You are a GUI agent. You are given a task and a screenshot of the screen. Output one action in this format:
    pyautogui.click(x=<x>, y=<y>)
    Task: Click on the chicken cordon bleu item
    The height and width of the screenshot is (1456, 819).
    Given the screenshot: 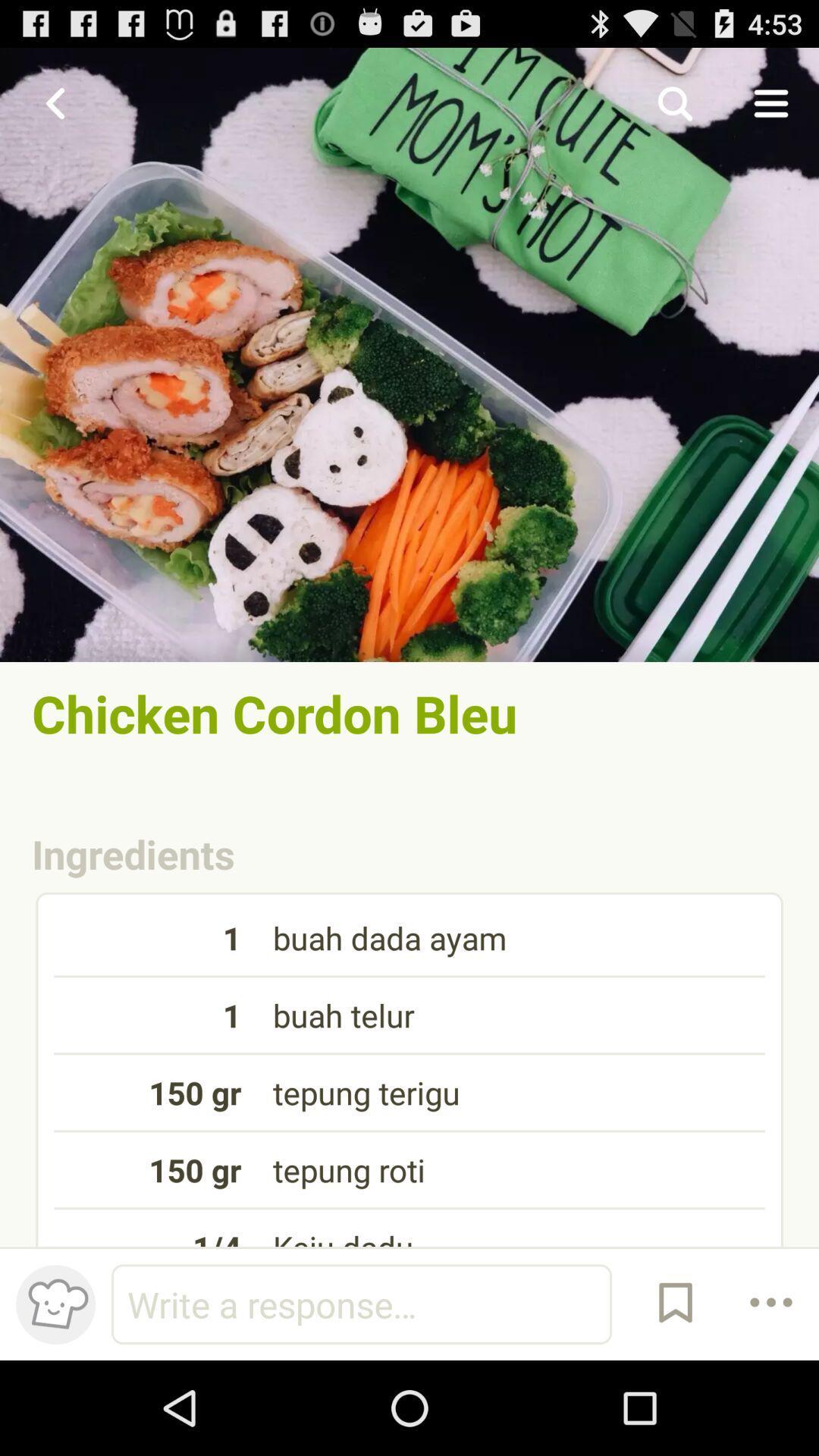 What is the action you would take?
    pyautogui.click(x=409, y=712)
    